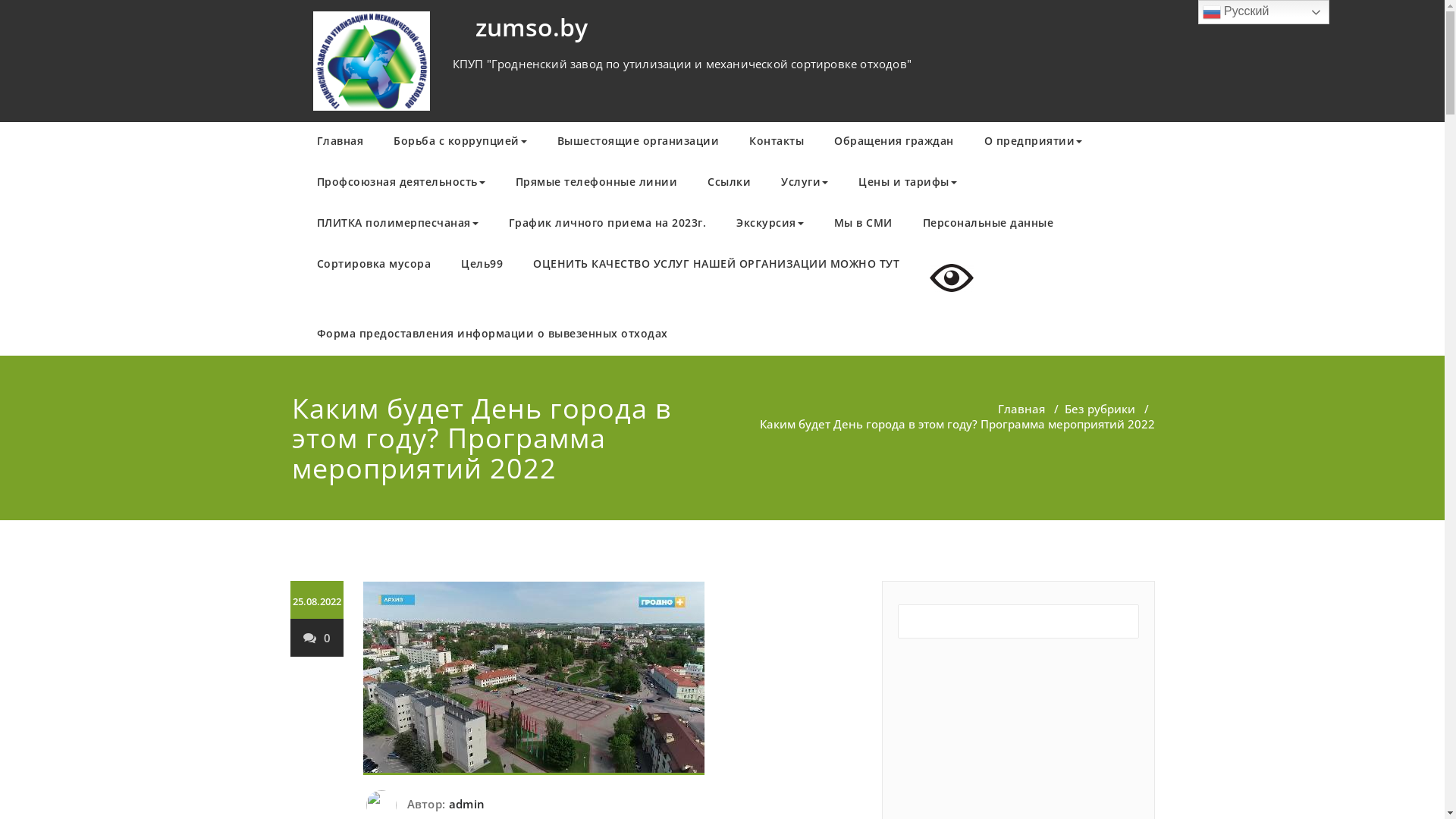 The height and width of the screenshot is (819, 1456). Describe the element at coordinates (315, 637) in the screenshot. I see `'0'` at that location.